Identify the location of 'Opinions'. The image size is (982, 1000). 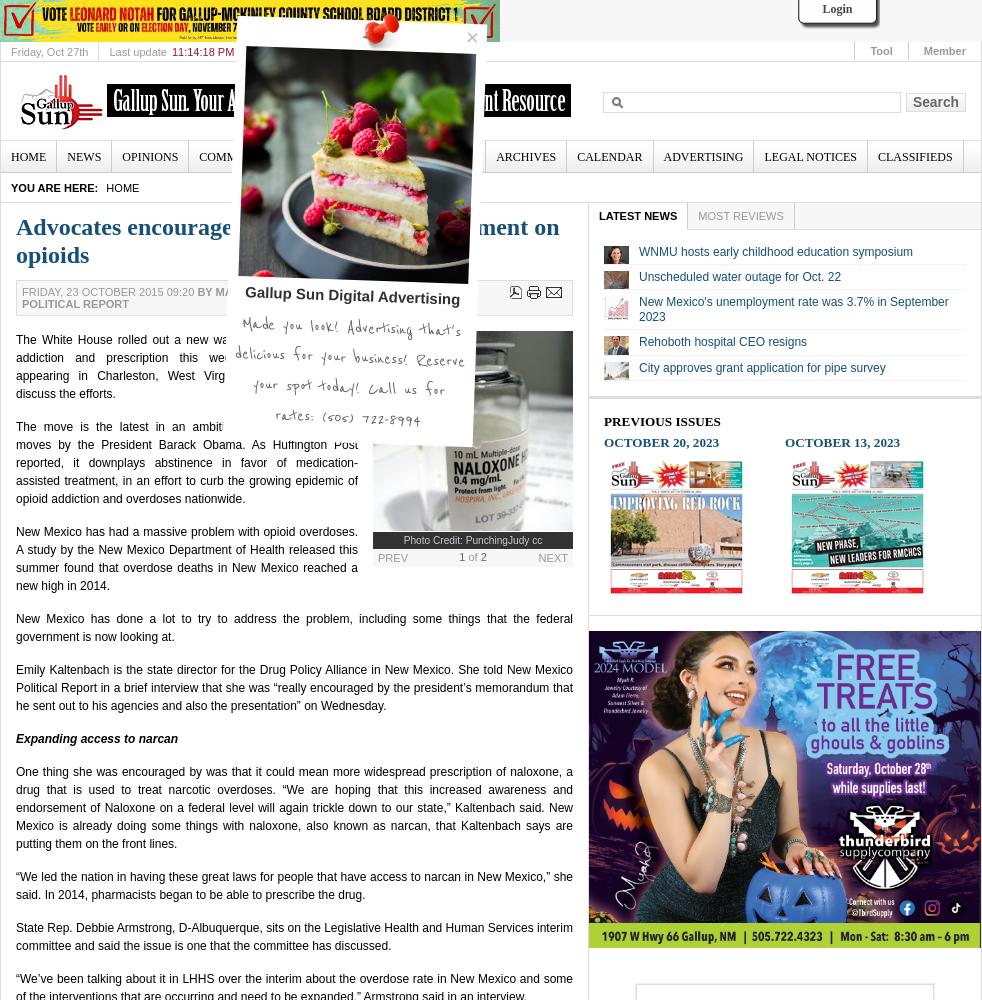
(148, 157).